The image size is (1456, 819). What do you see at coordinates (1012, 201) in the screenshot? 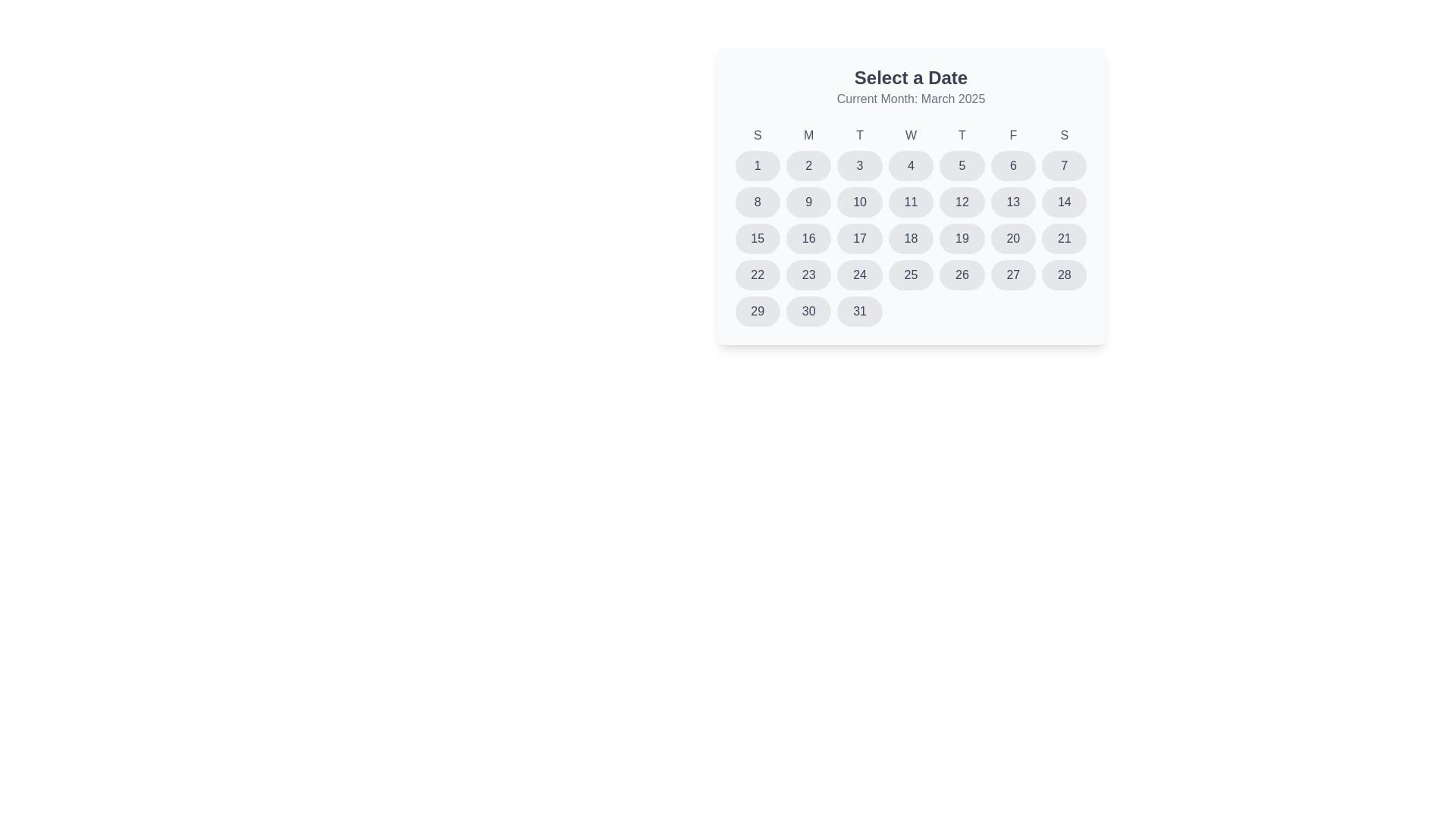
I see `the interactive button located in the third row, sixth column of the grid under the 'F' column header` at bounding box center [1012, 201].